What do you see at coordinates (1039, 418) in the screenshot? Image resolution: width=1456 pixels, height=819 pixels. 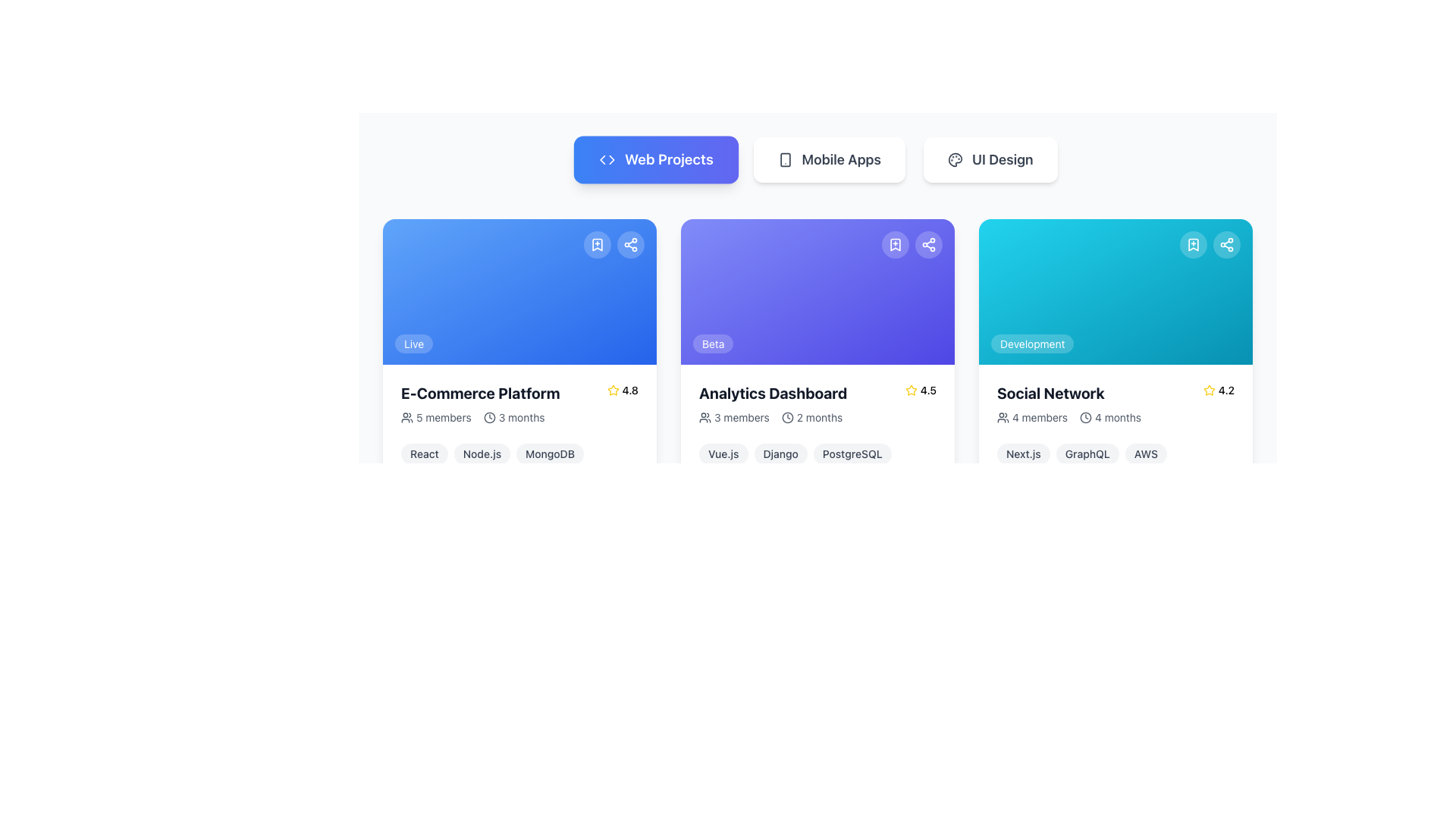 I see `the text label displaying '4 members', which is styled in a small-sized gray font and indicates the number of members for the 'Social Network' project card` at bounding box center [1039, 418].